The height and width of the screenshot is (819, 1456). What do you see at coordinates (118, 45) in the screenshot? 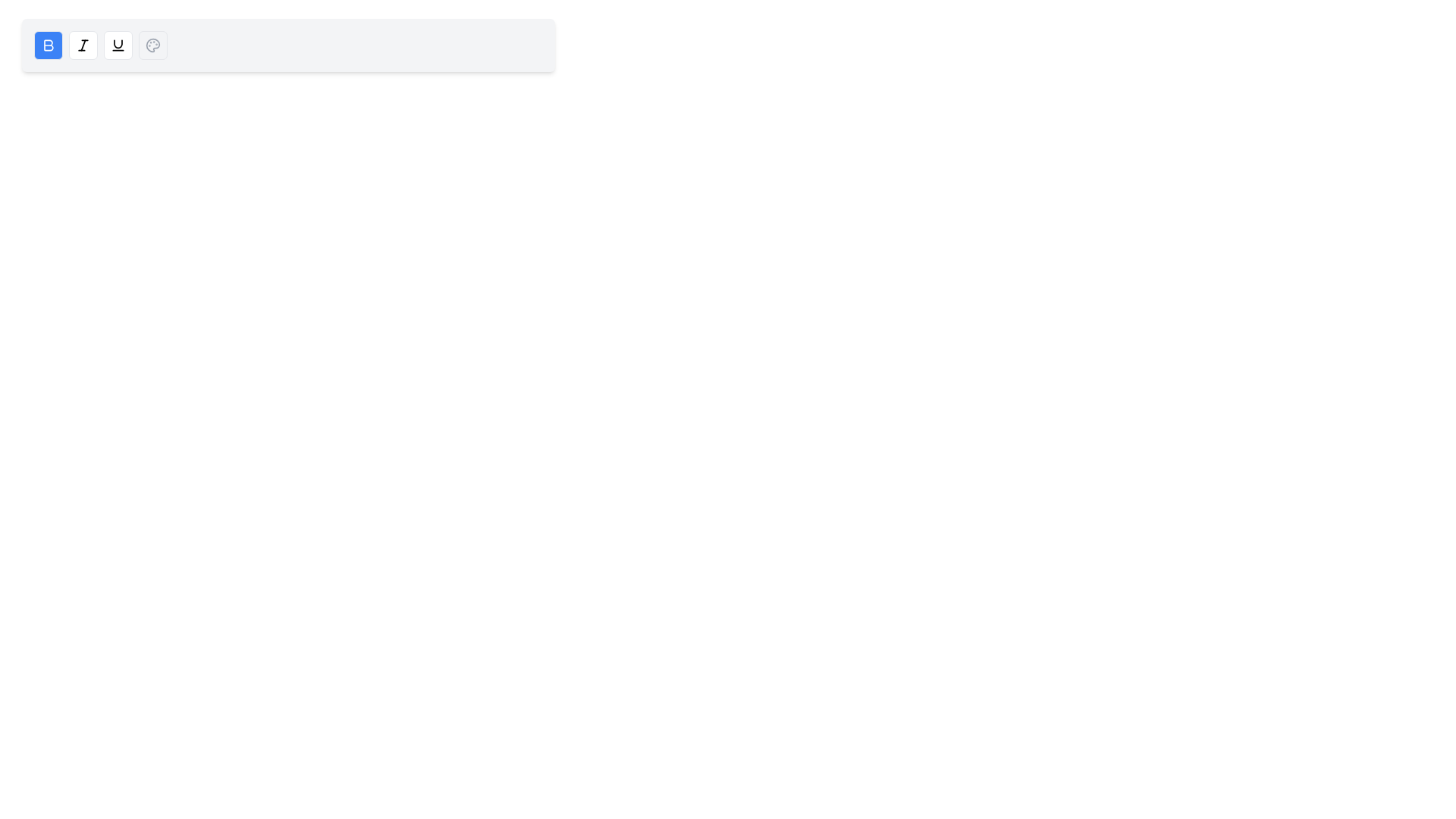
I see `the underline icon located` at bounding box center [118, 45].